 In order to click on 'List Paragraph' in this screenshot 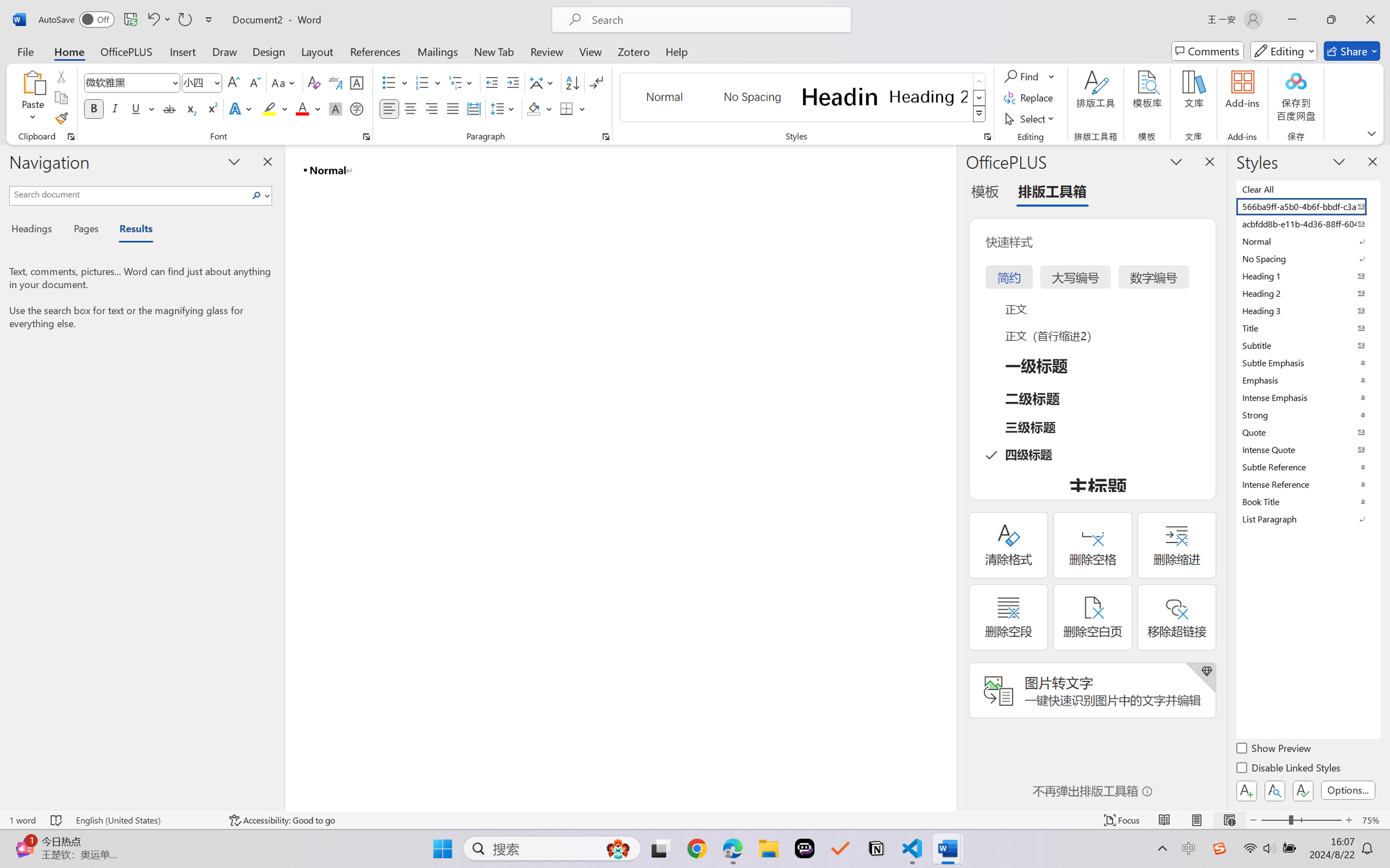, I will do `click(1307, 518)`.